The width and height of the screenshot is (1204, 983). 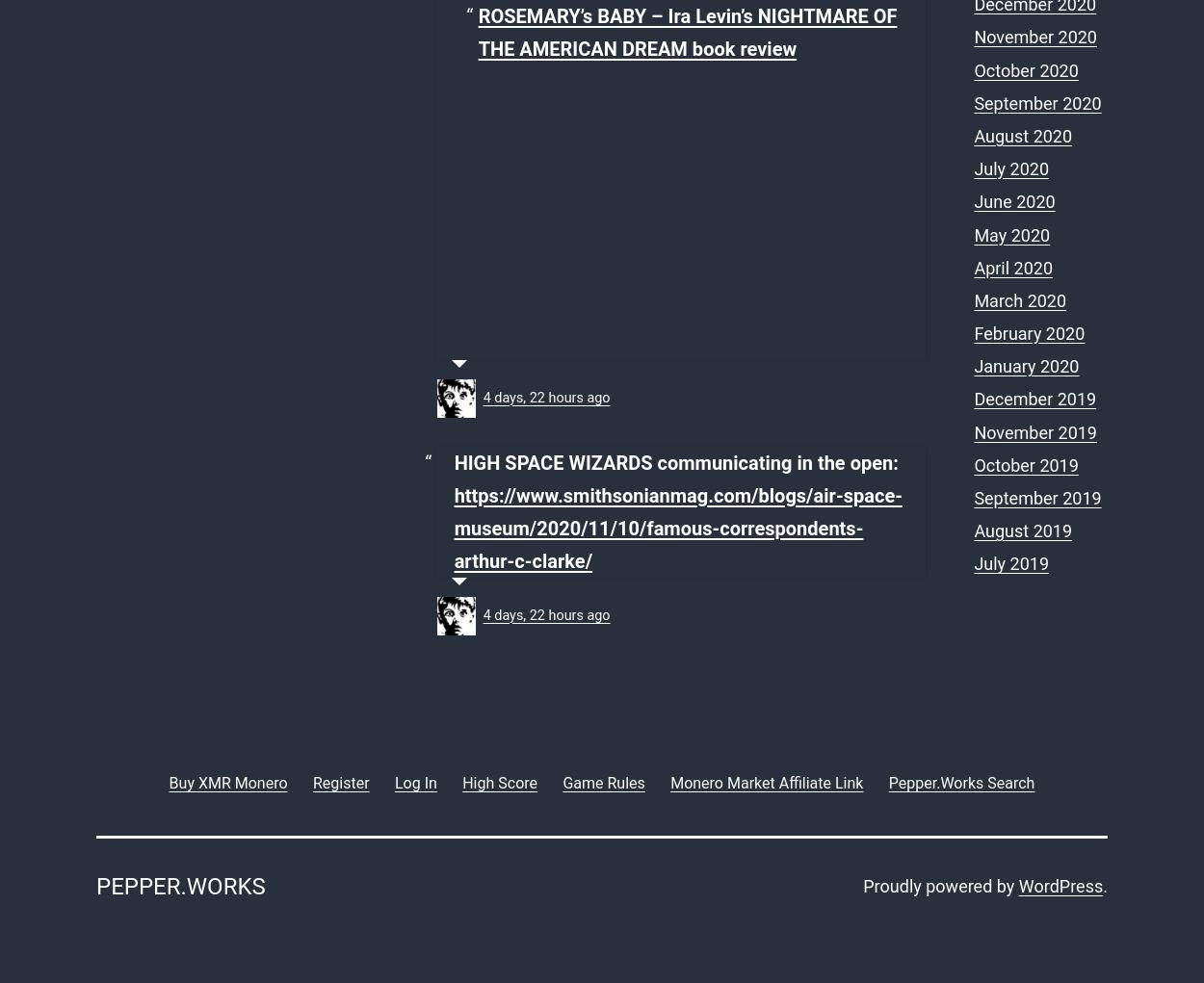 What do you see at coordinates (1011, 233) in the screenshot?
I see `'May 2020'` at bounding box center [1011, 233].